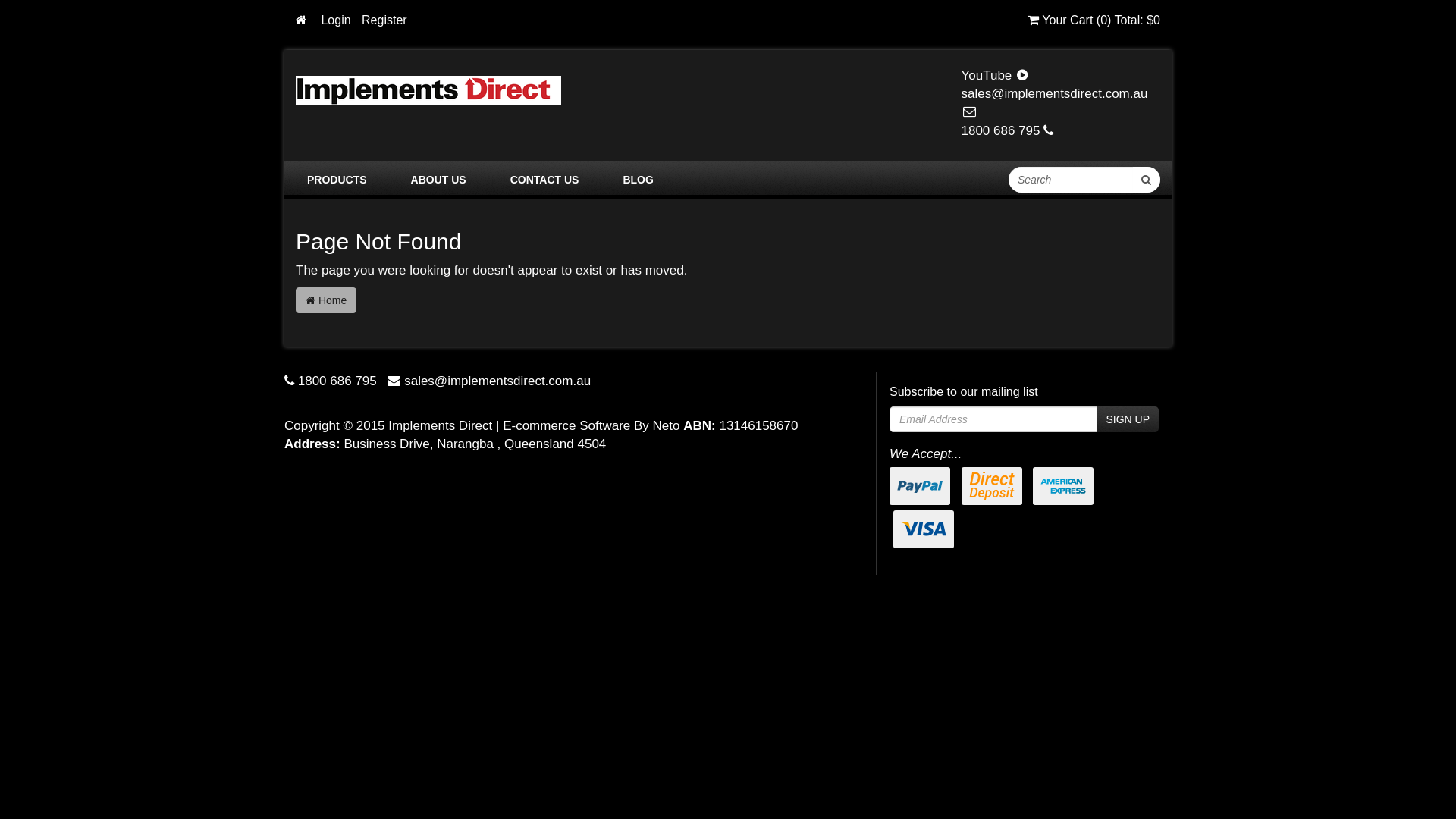 The image size is (1456, 819). Describe the element at coordinates (336, 178) in the screenshot. I see `'PRODUCTS'` at that location.